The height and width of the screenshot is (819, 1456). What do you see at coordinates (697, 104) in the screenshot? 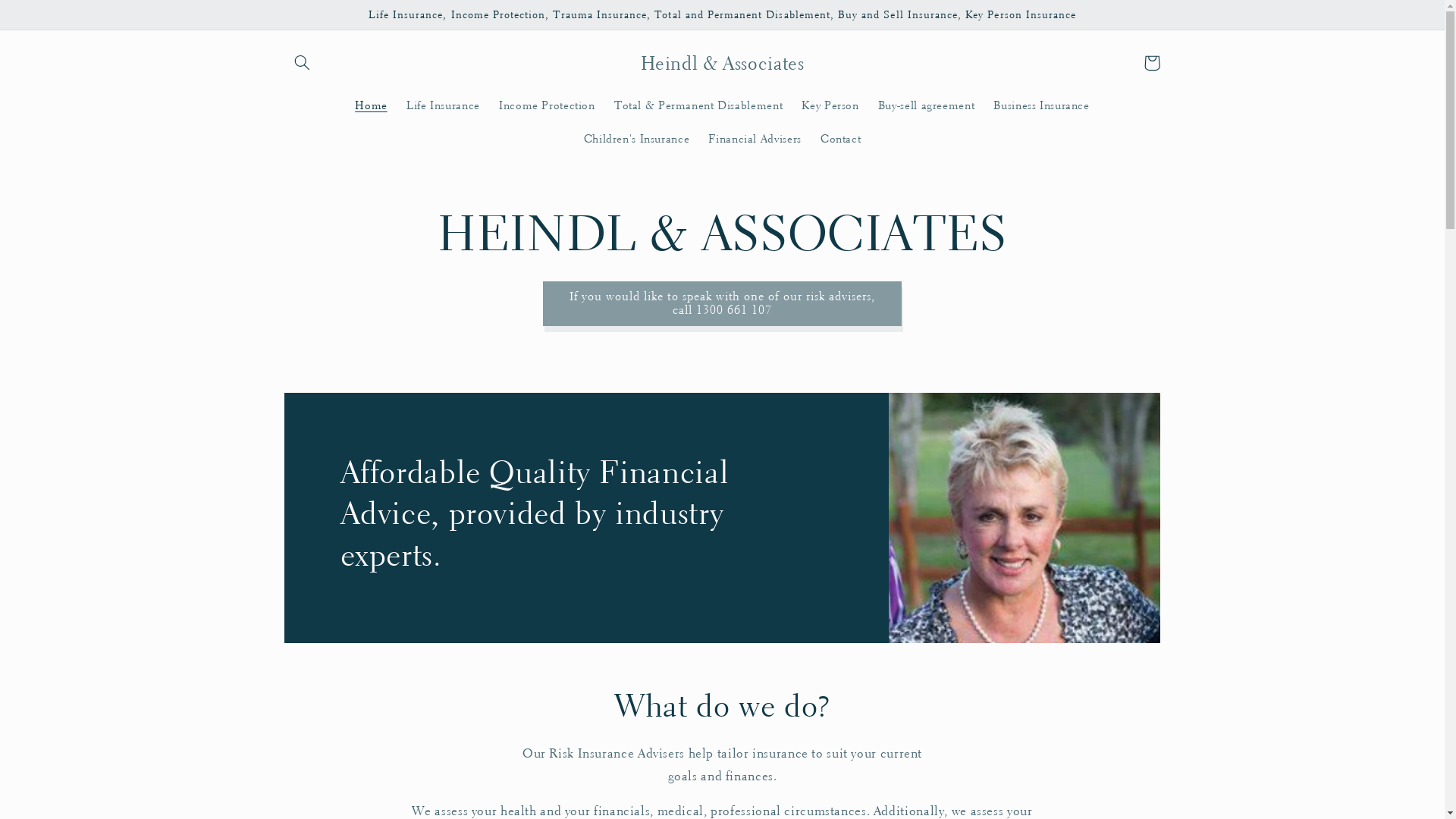
I see `'Total & Permanent Disablement'` at bounding box center [697, 104].